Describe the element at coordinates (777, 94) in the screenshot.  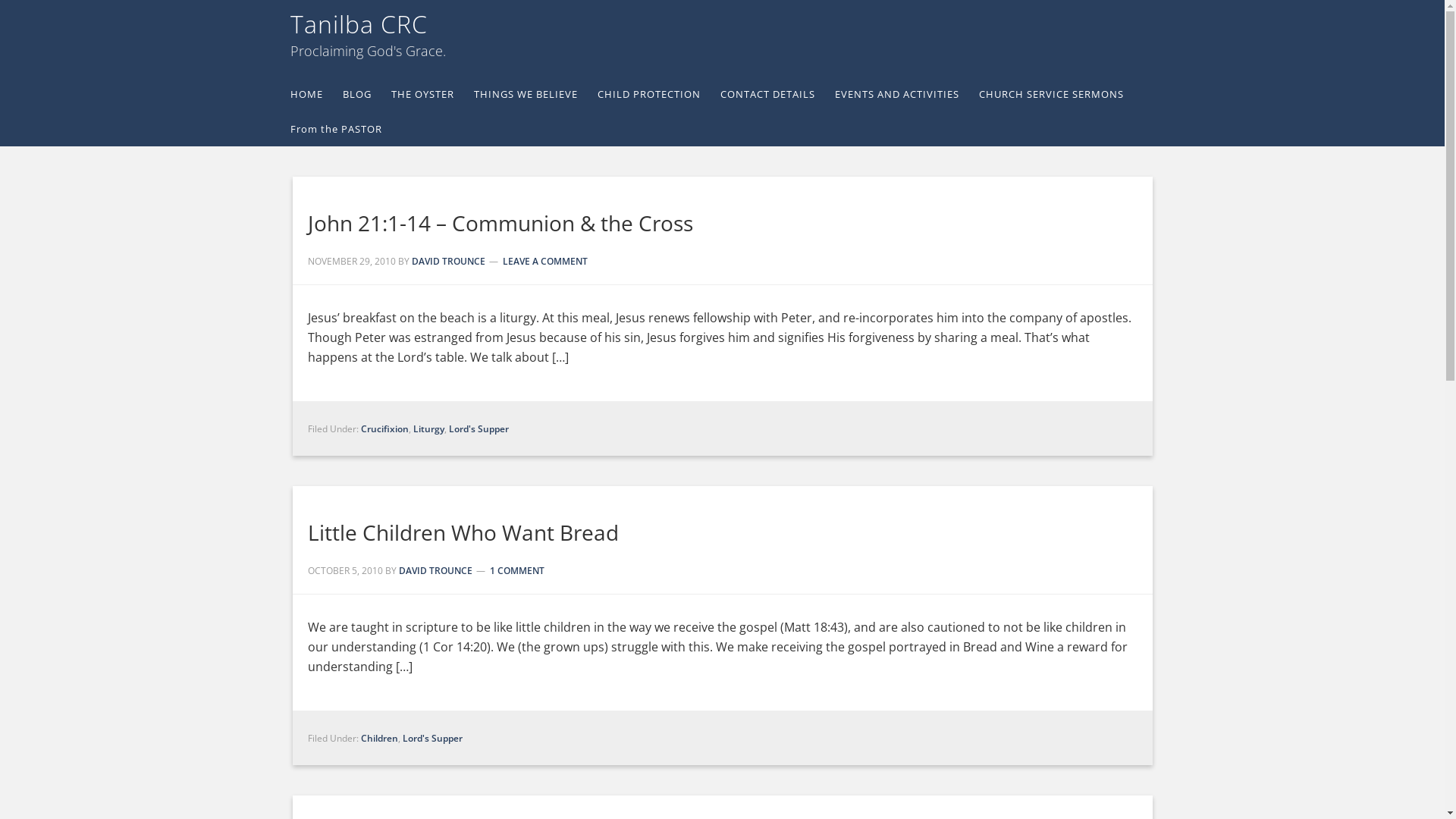
I see `'CONTACT DETAILS'` at that location.